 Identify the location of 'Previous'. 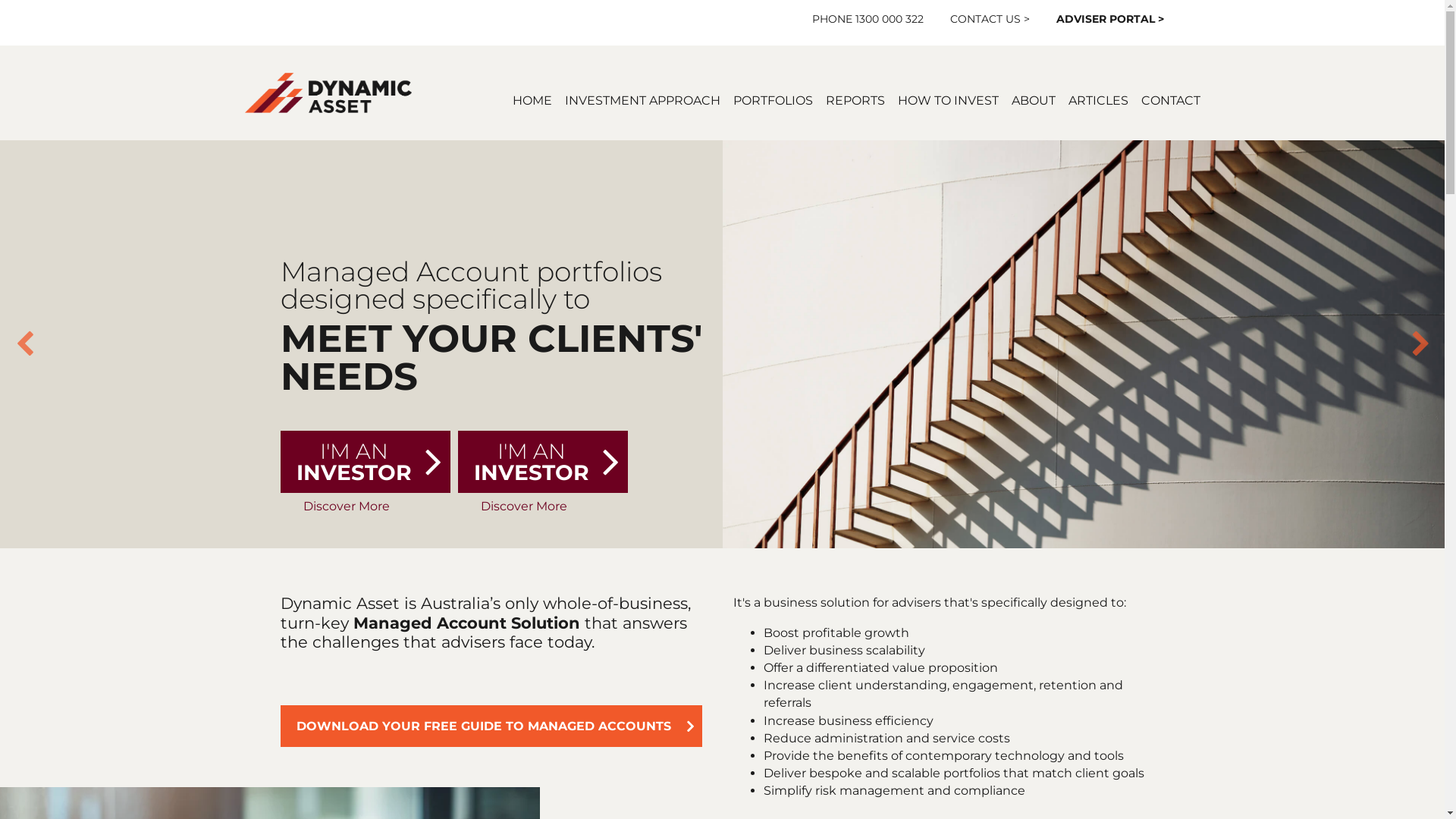
(24, 344).